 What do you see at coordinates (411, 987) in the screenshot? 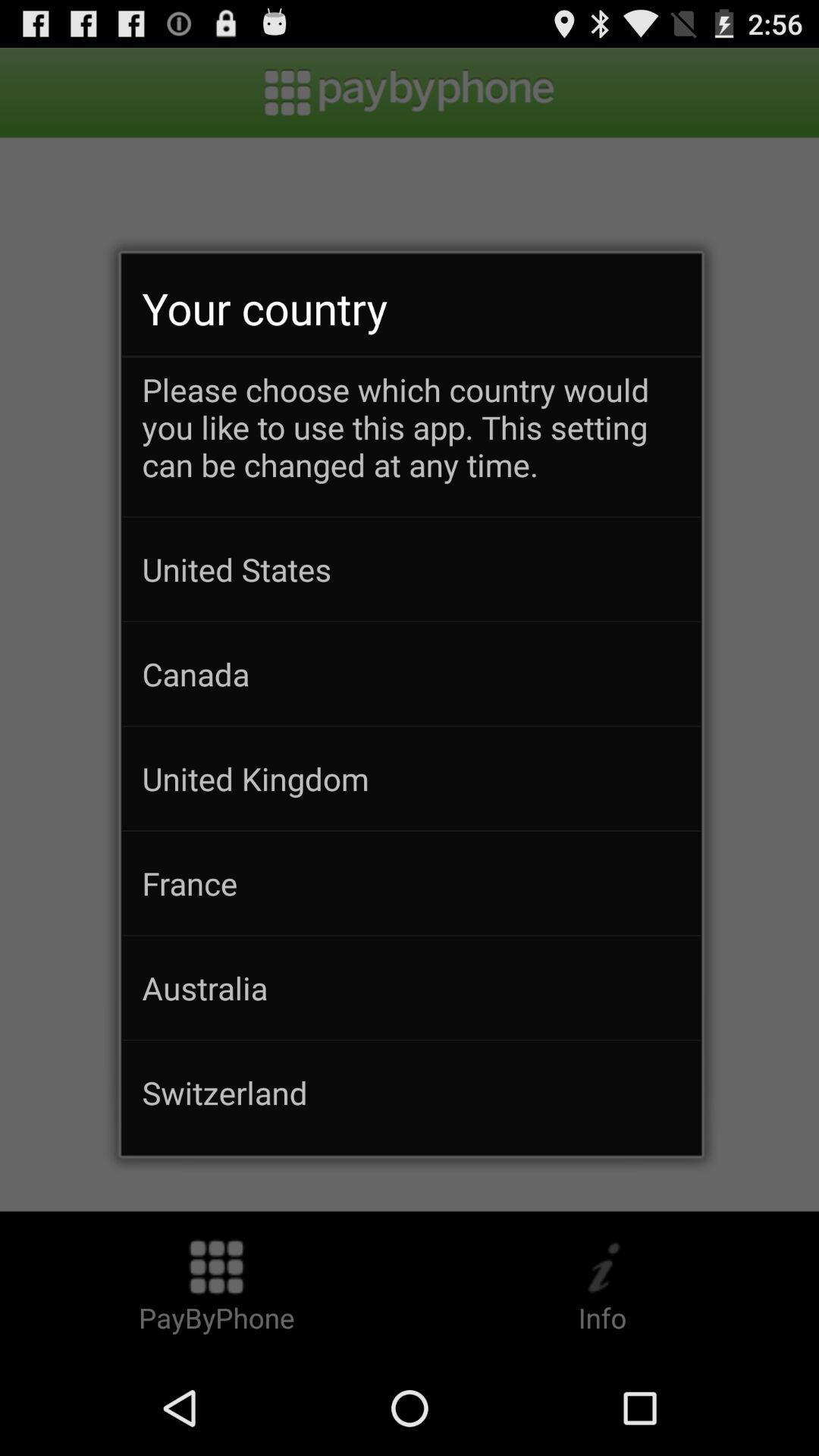
I see `australia item` at bounding box center [411, 987].